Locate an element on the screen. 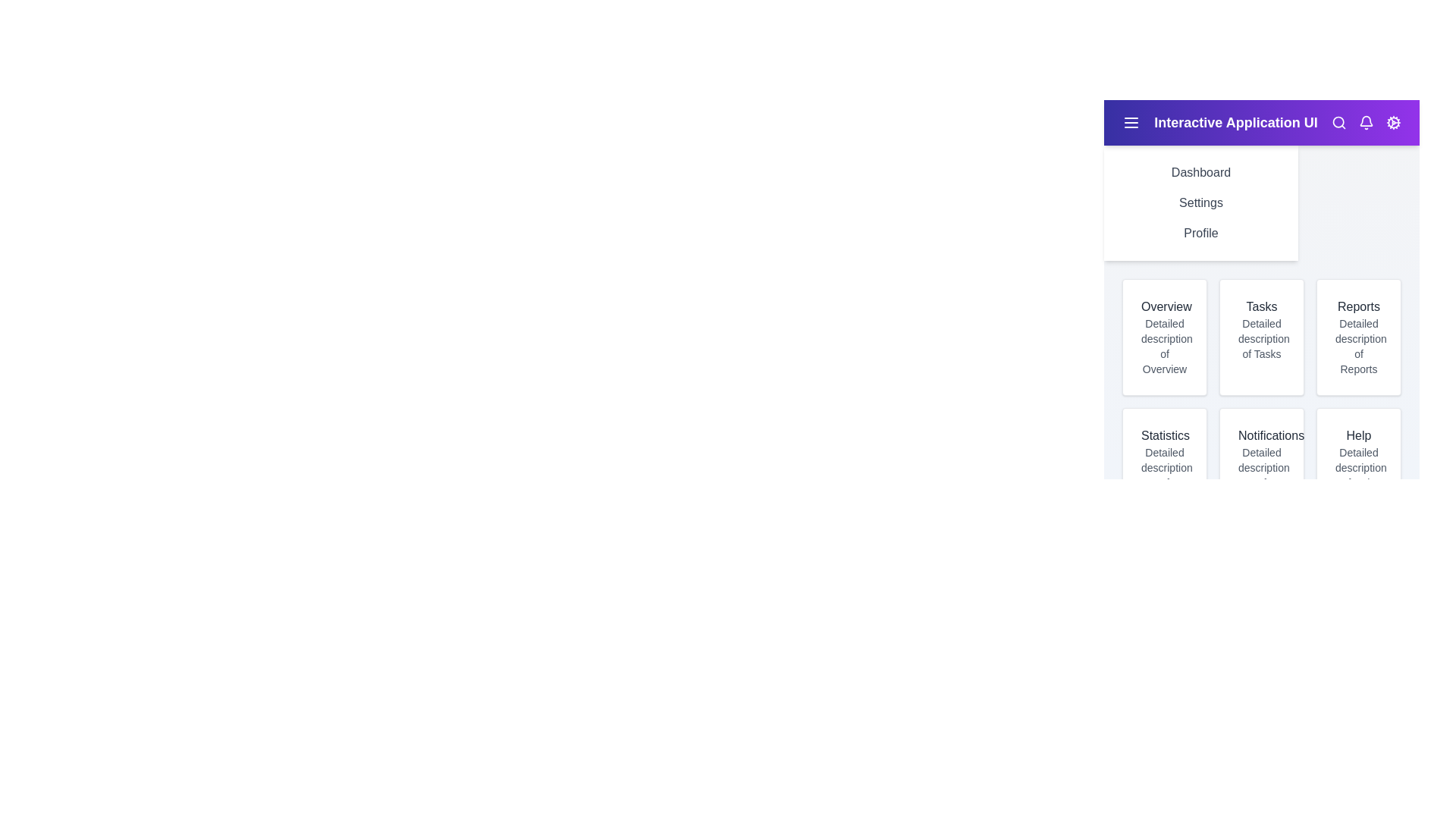  the Overview card to interact with its content is located at coordinates (1164, 336).